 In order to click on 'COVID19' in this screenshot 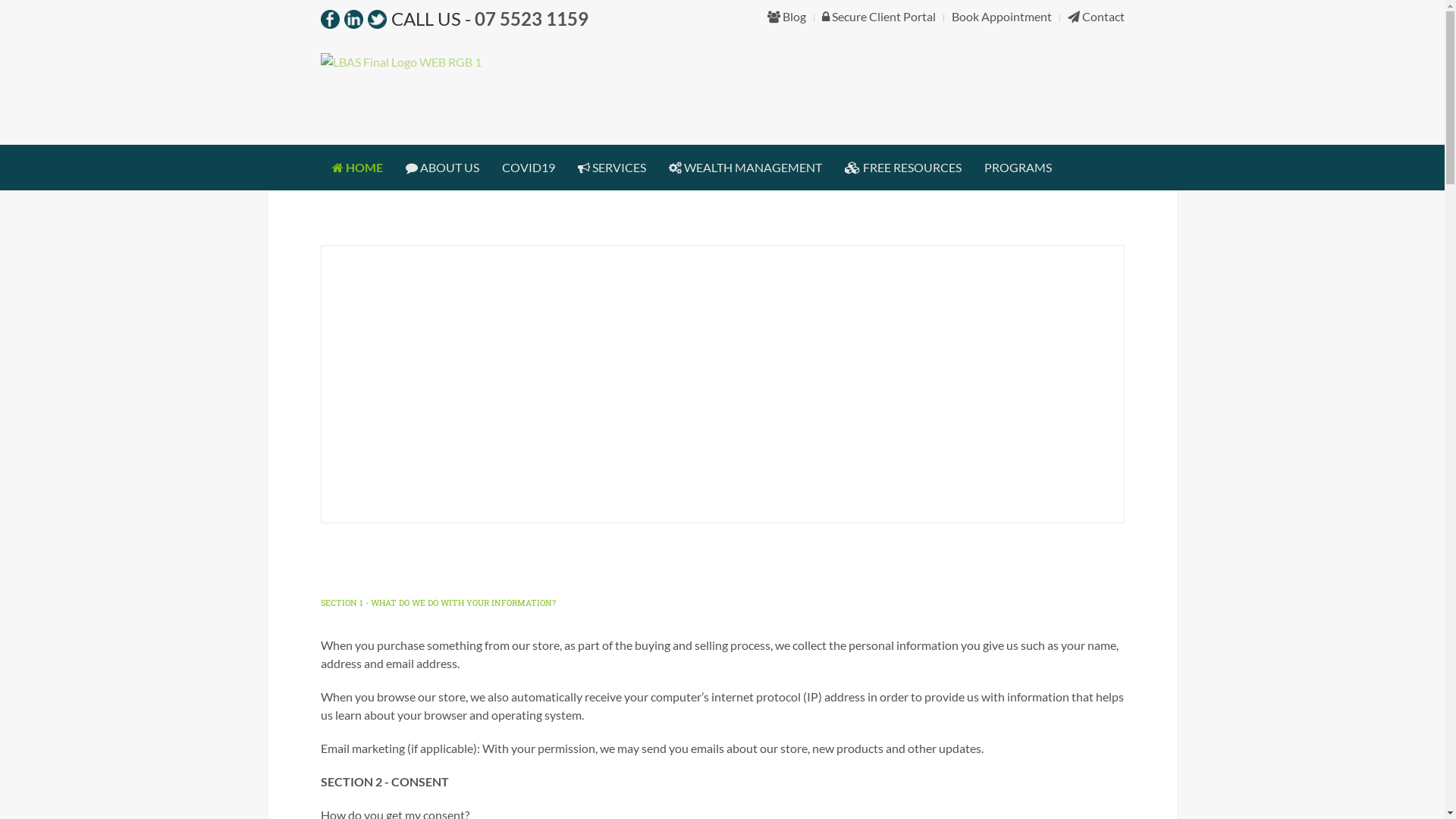, I will do `click(528, 167)`.